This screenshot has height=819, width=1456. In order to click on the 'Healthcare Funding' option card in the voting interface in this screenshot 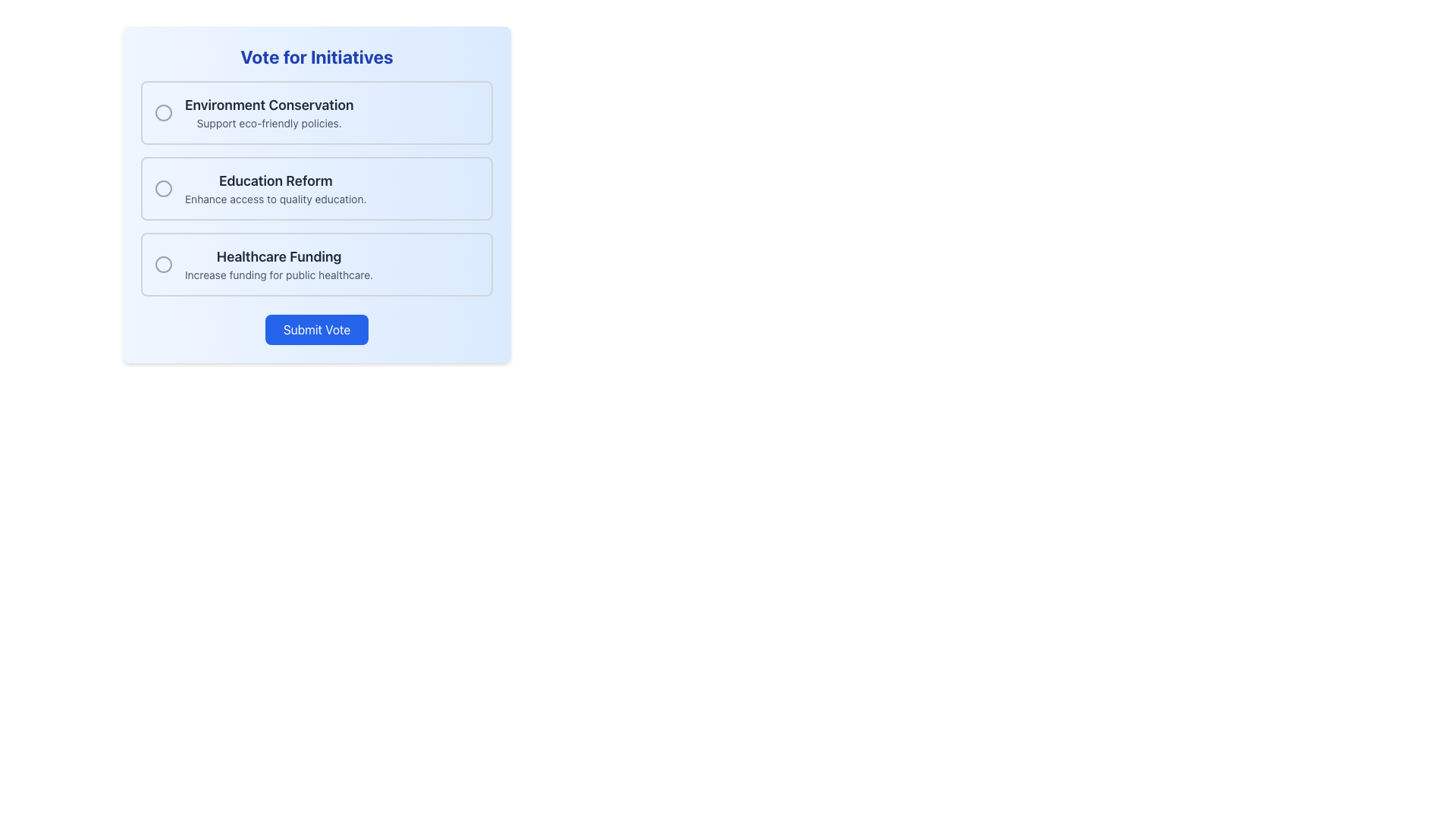, I will do `click(315, 263)`.